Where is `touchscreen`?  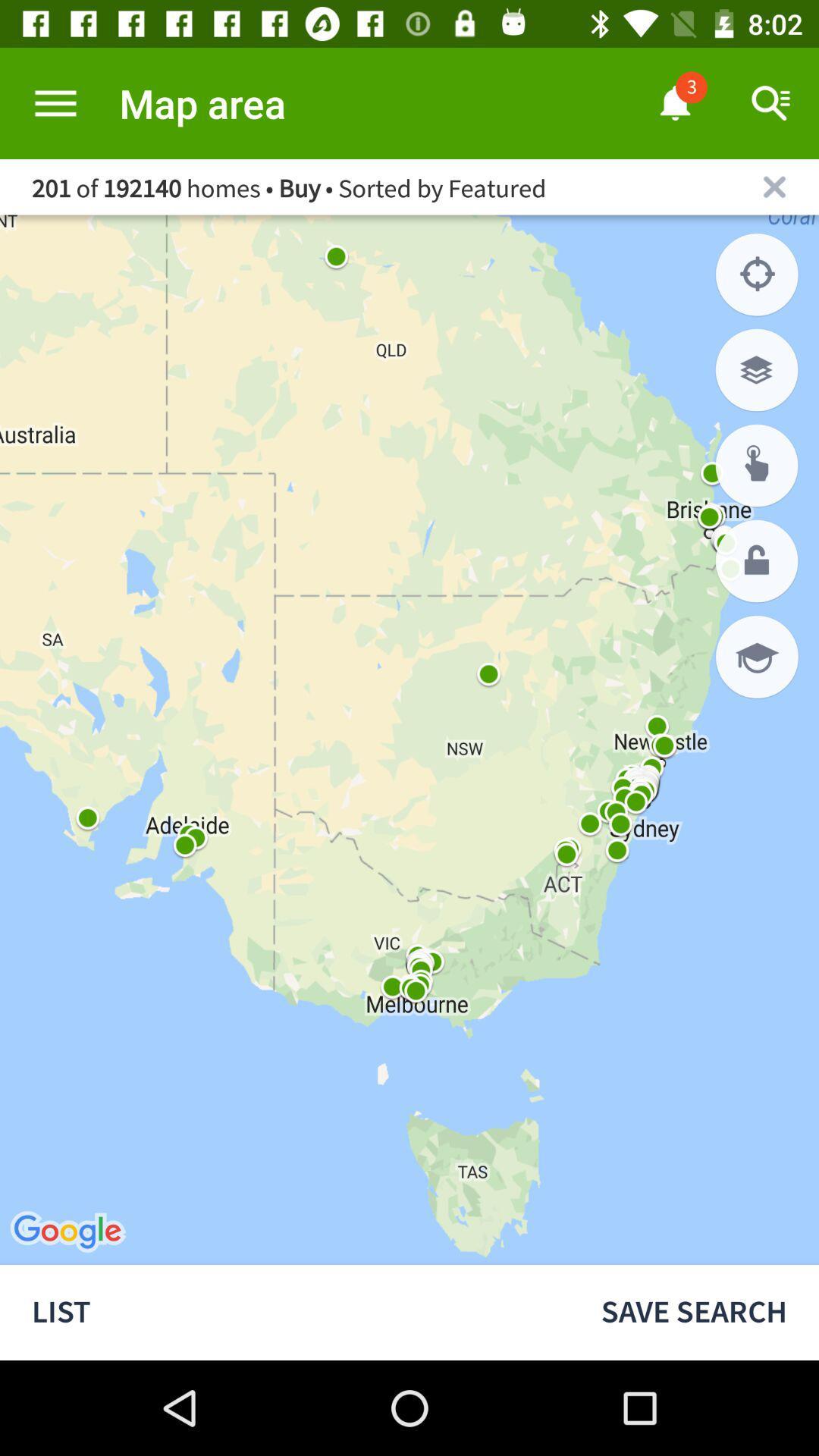
touchscreen is located at coordinates (757, 465).